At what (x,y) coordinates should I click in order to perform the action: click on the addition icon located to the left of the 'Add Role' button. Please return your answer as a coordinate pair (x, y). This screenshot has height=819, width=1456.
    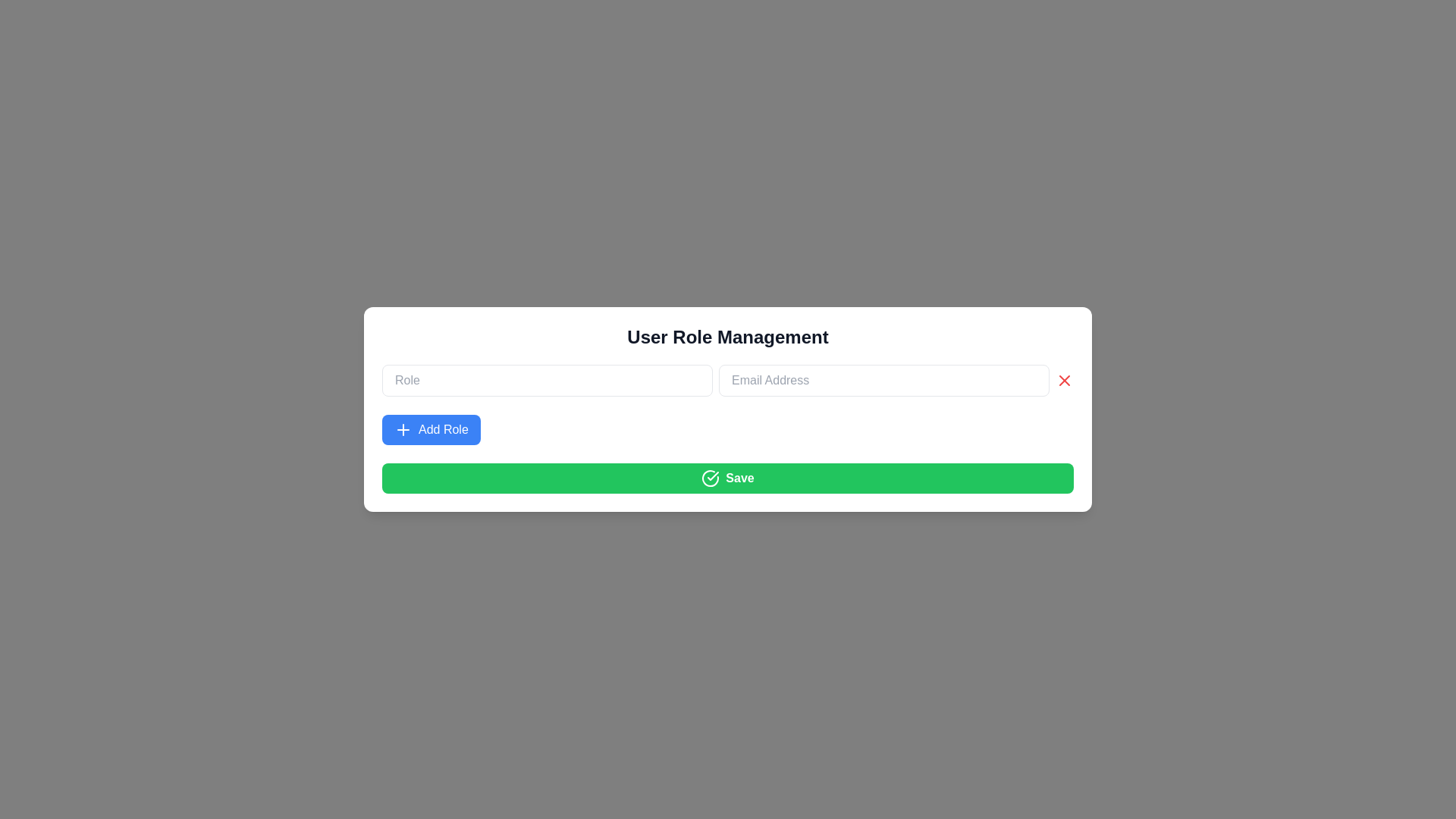
    Looking at the image, I should click on (403, 430).